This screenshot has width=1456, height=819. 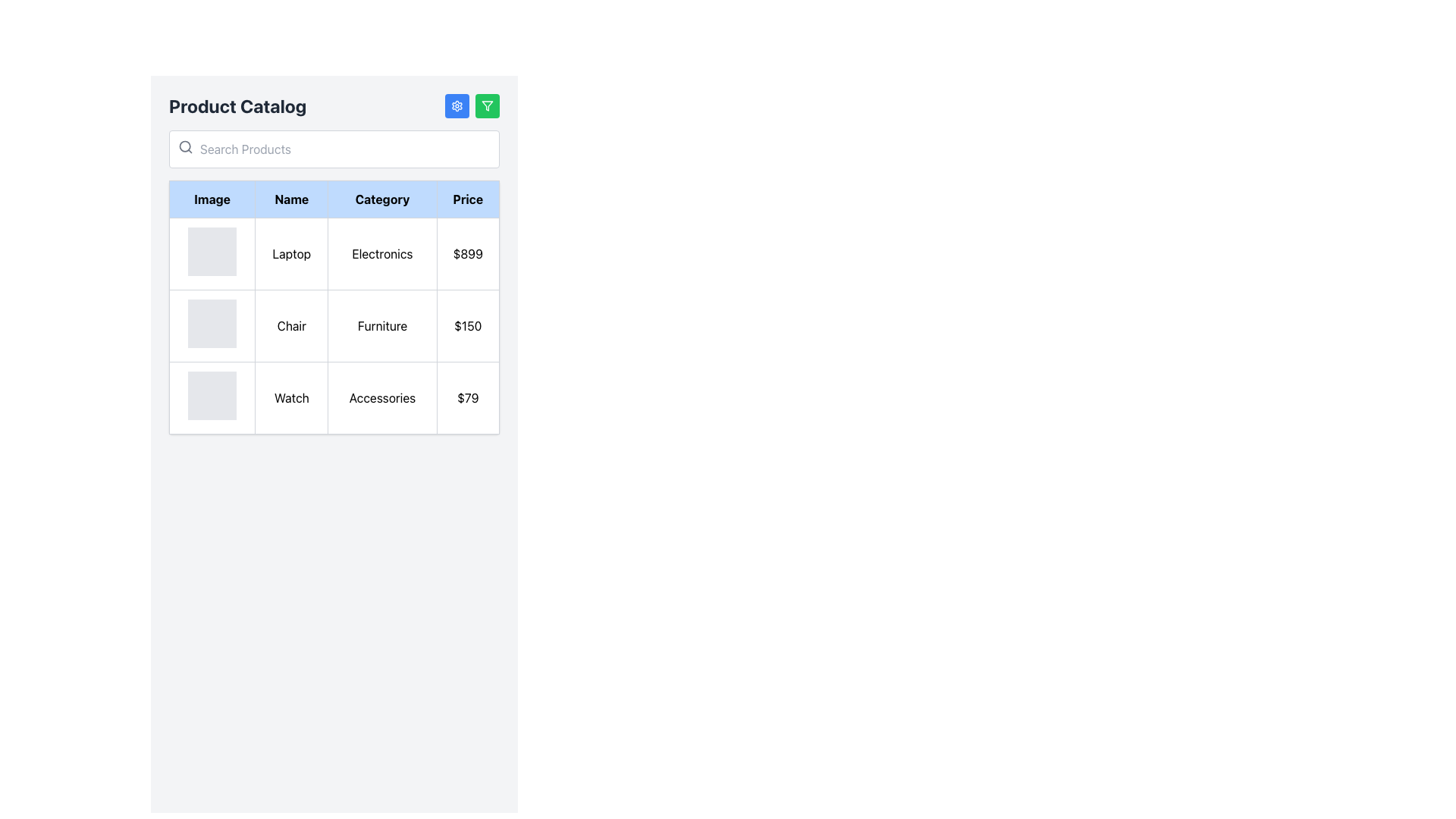 I want to click on the non-interactive Label/Text block displaying the category for the item in the second row of the 'Category' column, located between 'Chair' and '$150', so click(x=382, y=325).